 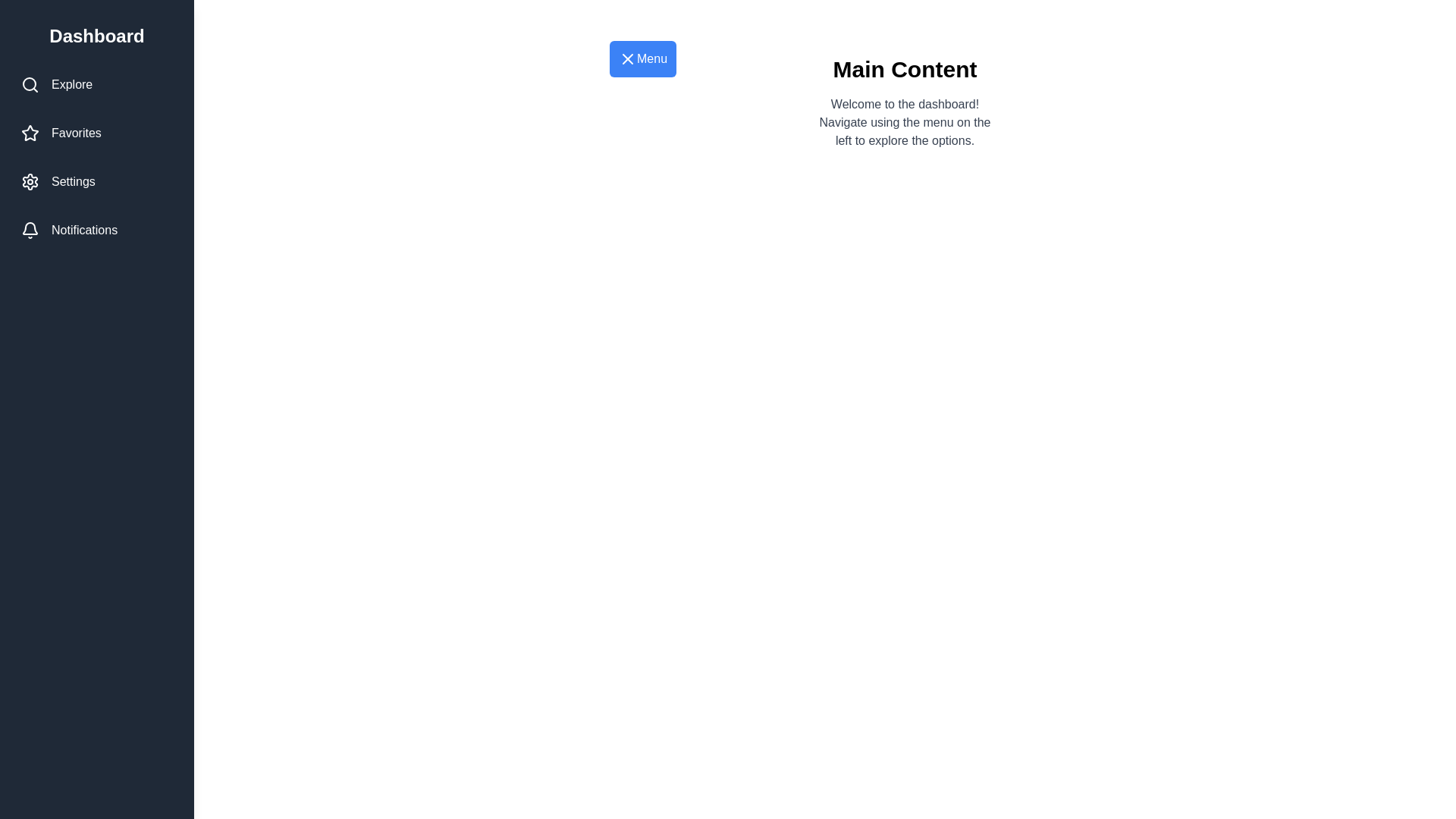 What do you see at coordinates (30, 231) in the screenshot?
I see `the bell icon located in the sidebar next to the 'Notifications' text` at bounding box center [30, 231].